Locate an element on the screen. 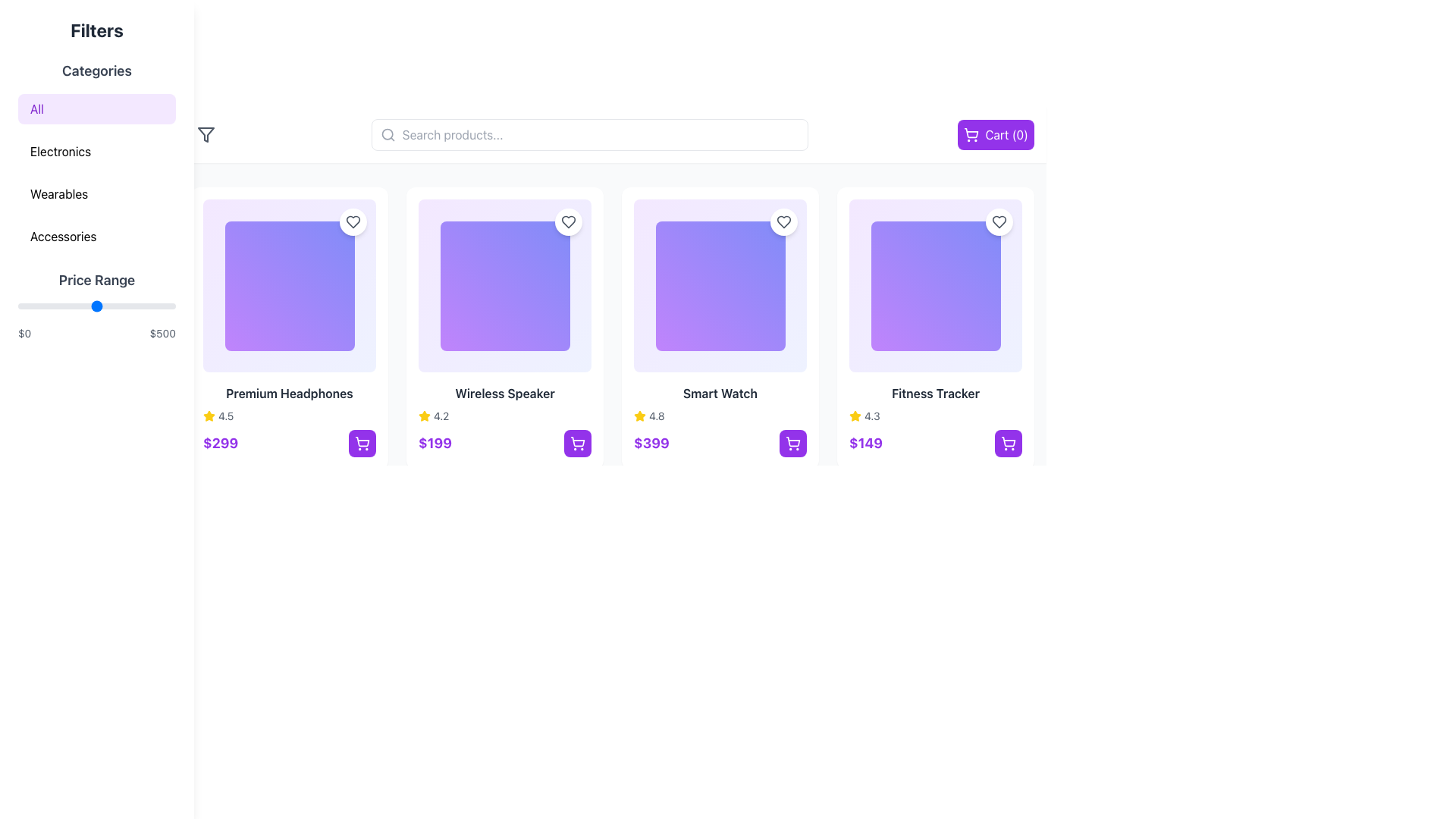 This screenshot has width=1456, height=819. the text label displaying 'Premium Headphones' which is located at the bottom part of its product card, centered horizontally, in bold dark gray font is located at coordinates (290, 393).